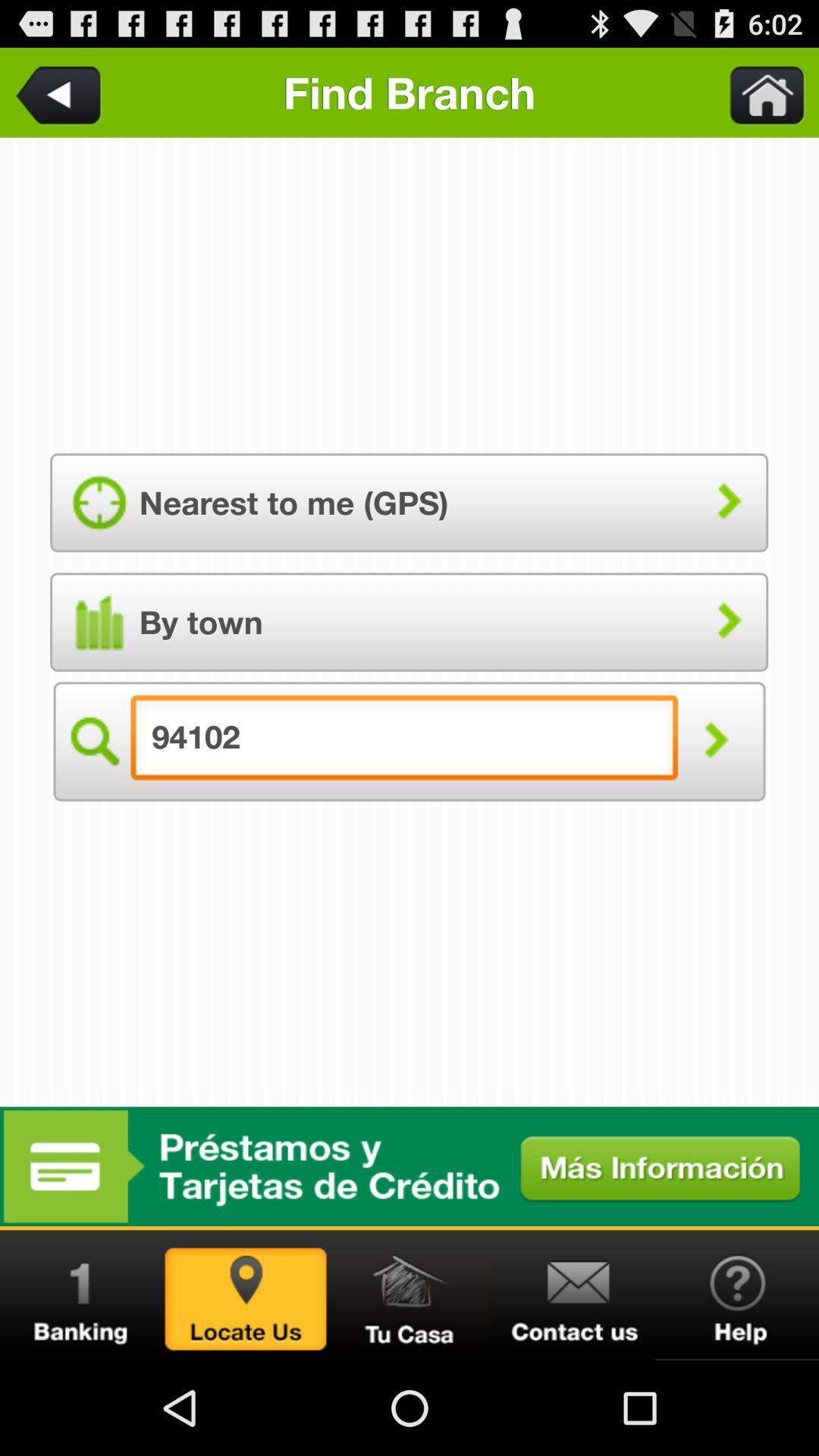 The width and height of the screenshot is (819, 1456). I want to click on banking homepage, so click(82, 1294).